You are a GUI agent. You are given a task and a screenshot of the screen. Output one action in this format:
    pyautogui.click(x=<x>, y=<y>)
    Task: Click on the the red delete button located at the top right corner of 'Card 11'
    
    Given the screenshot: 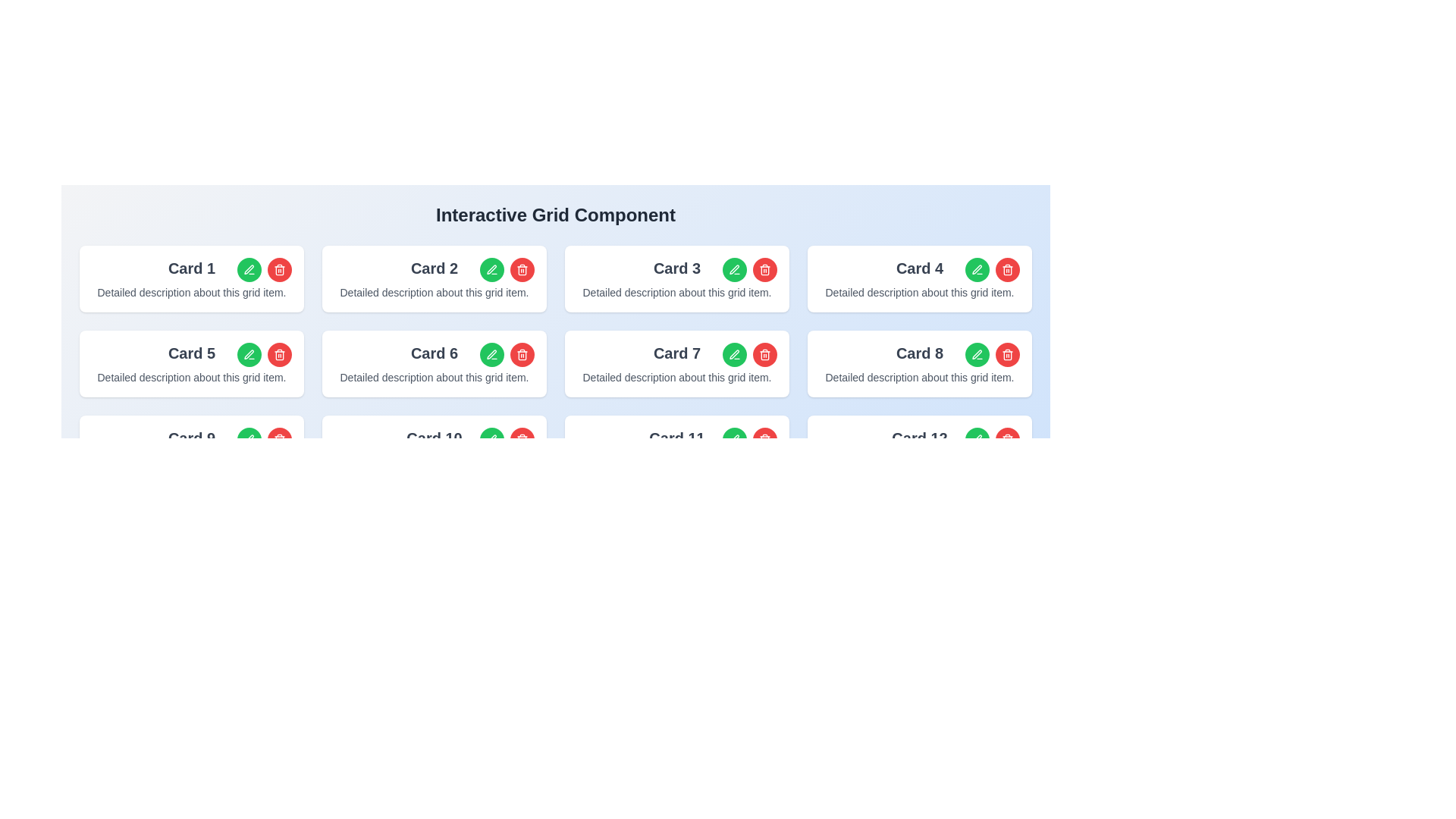 What is the action you would take?
    pyautogui.click(x=764, y=439)
    